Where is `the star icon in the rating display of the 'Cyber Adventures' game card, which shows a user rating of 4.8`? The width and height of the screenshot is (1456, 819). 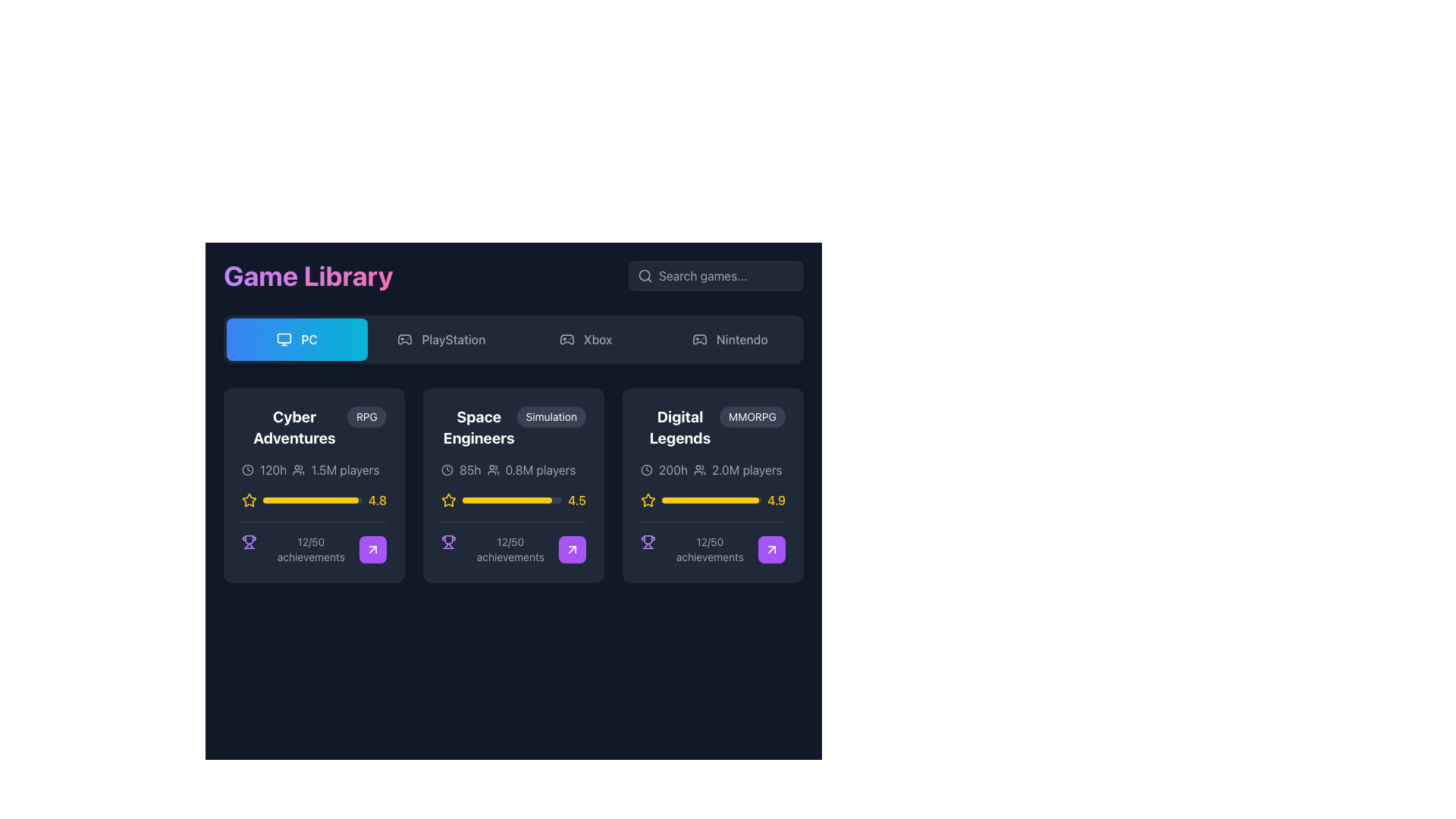
the star icon in the rating display of the 'Cyber Adventures' game card, which shows a user rating of 4.8 is located at coordinates (313, 500).